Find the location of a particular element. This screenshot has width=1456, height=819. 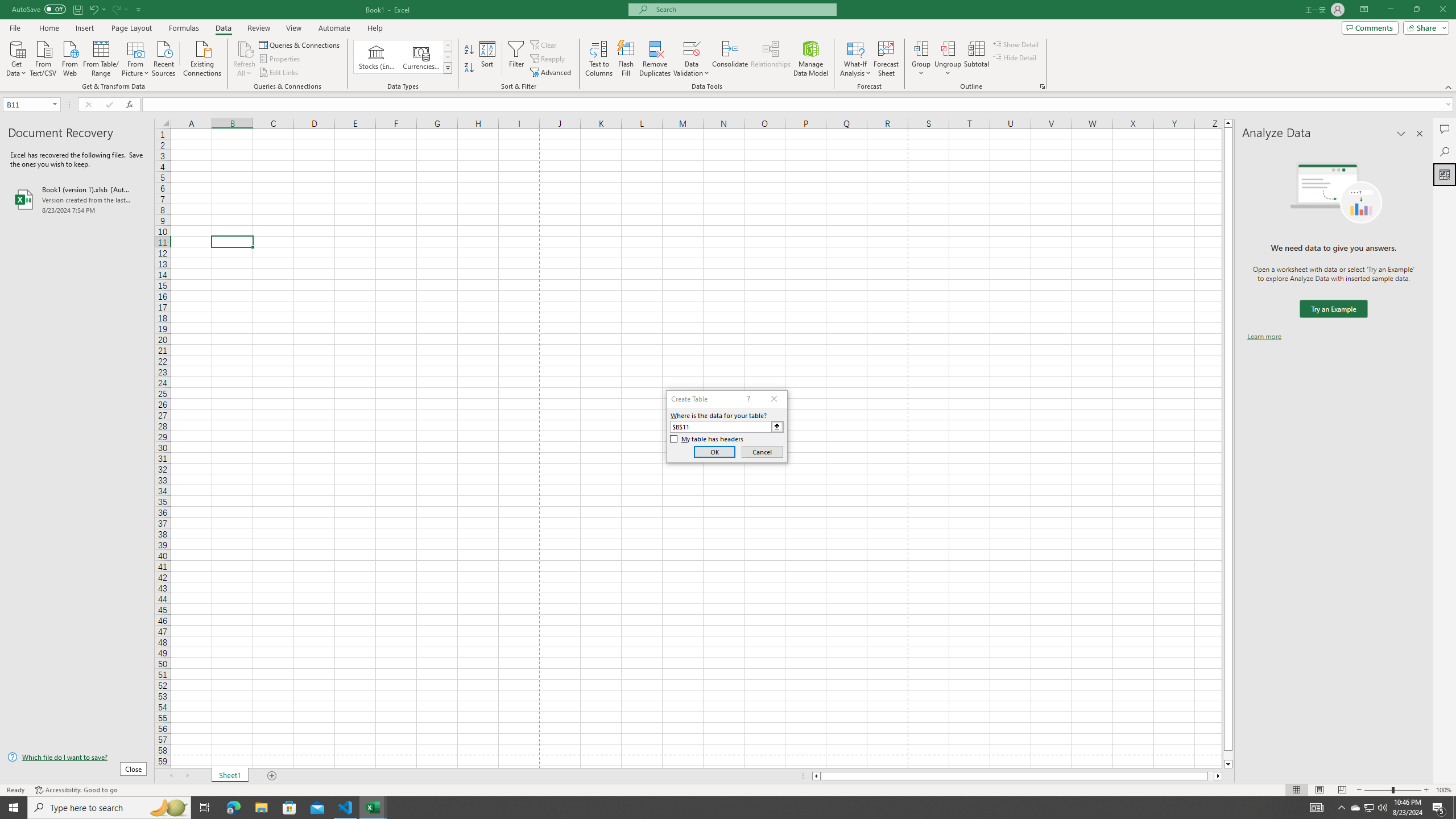

'Search' is located at coordinates (1444, 152).